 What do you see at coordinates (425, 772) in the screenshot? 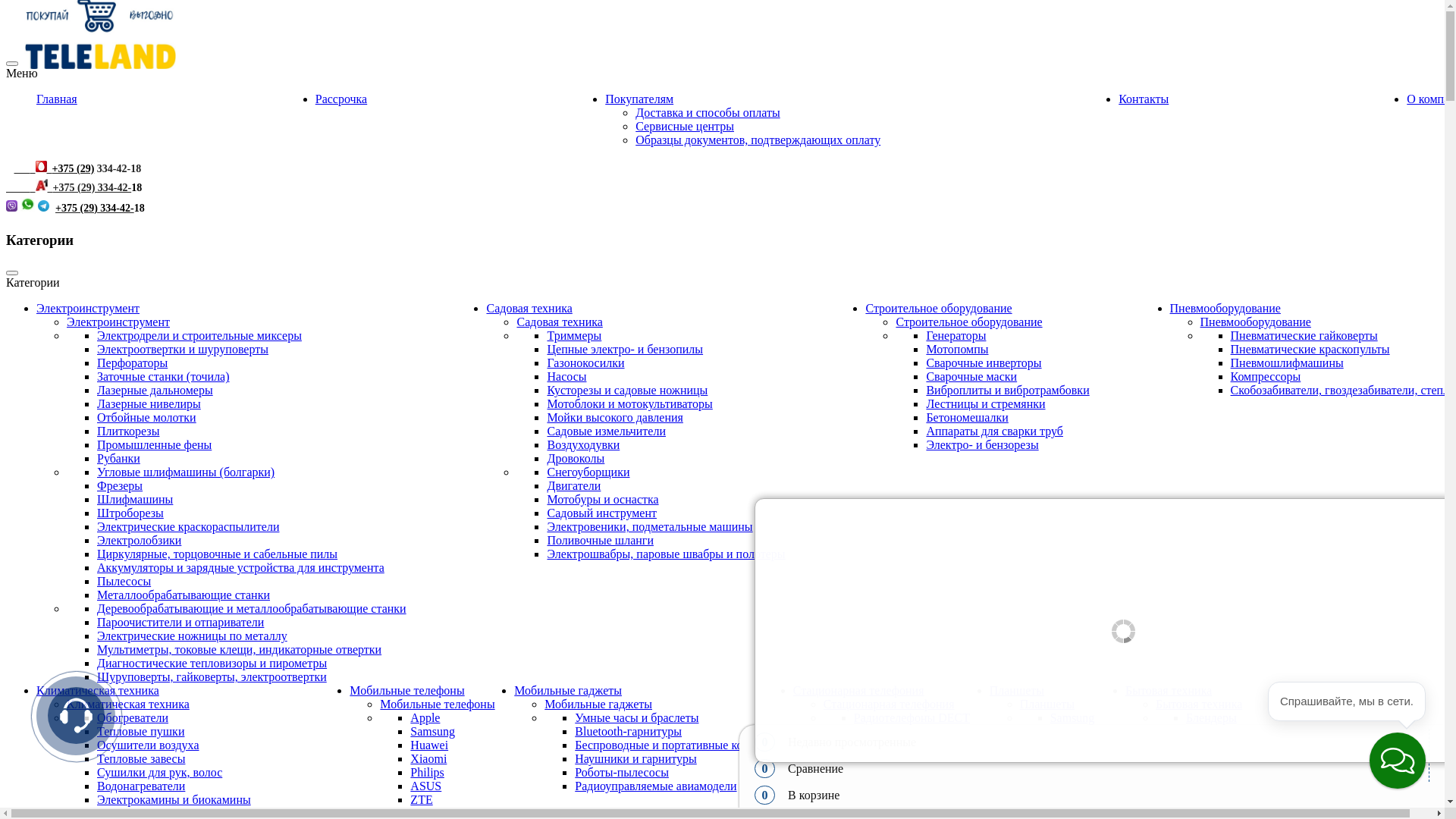
I see `'Philips'` at bounding box center [425, 772].